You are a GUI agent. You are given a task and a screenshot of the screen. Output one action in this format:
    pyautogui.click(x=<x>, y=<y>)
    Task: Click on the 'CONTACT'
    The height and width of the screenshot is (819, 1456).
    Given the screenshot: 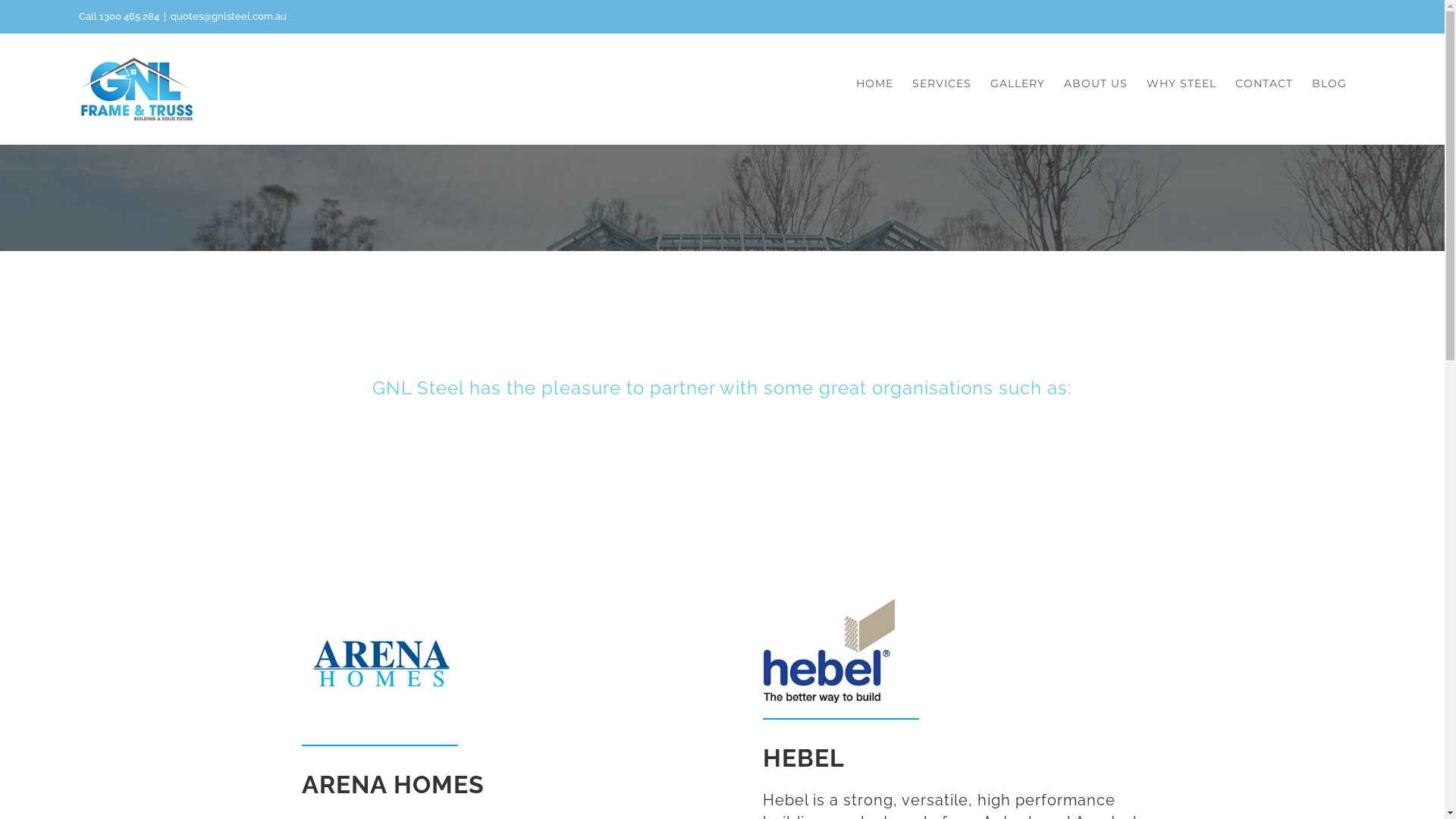 What is the action you would take?
    pyautogui.click(x=1263, y=83)
    